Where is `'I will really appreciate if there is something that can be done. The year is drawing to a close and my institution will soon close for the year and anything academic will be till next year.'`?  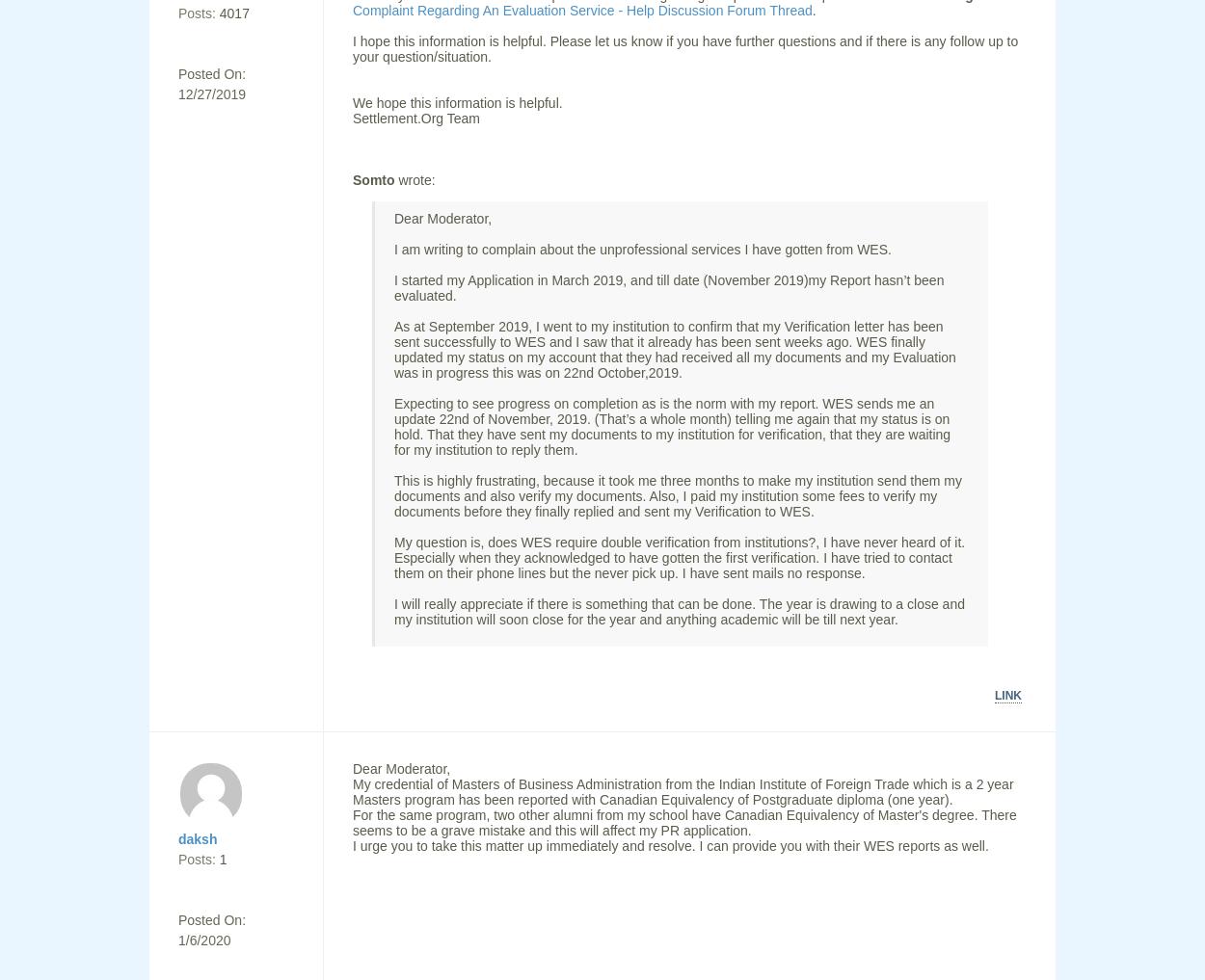
'I will really appreciate if there is something that can be done. The year is drawing to a close and my institution will soon close for the year and anything academic will be till next year.' is located at coordinates (678, 612).